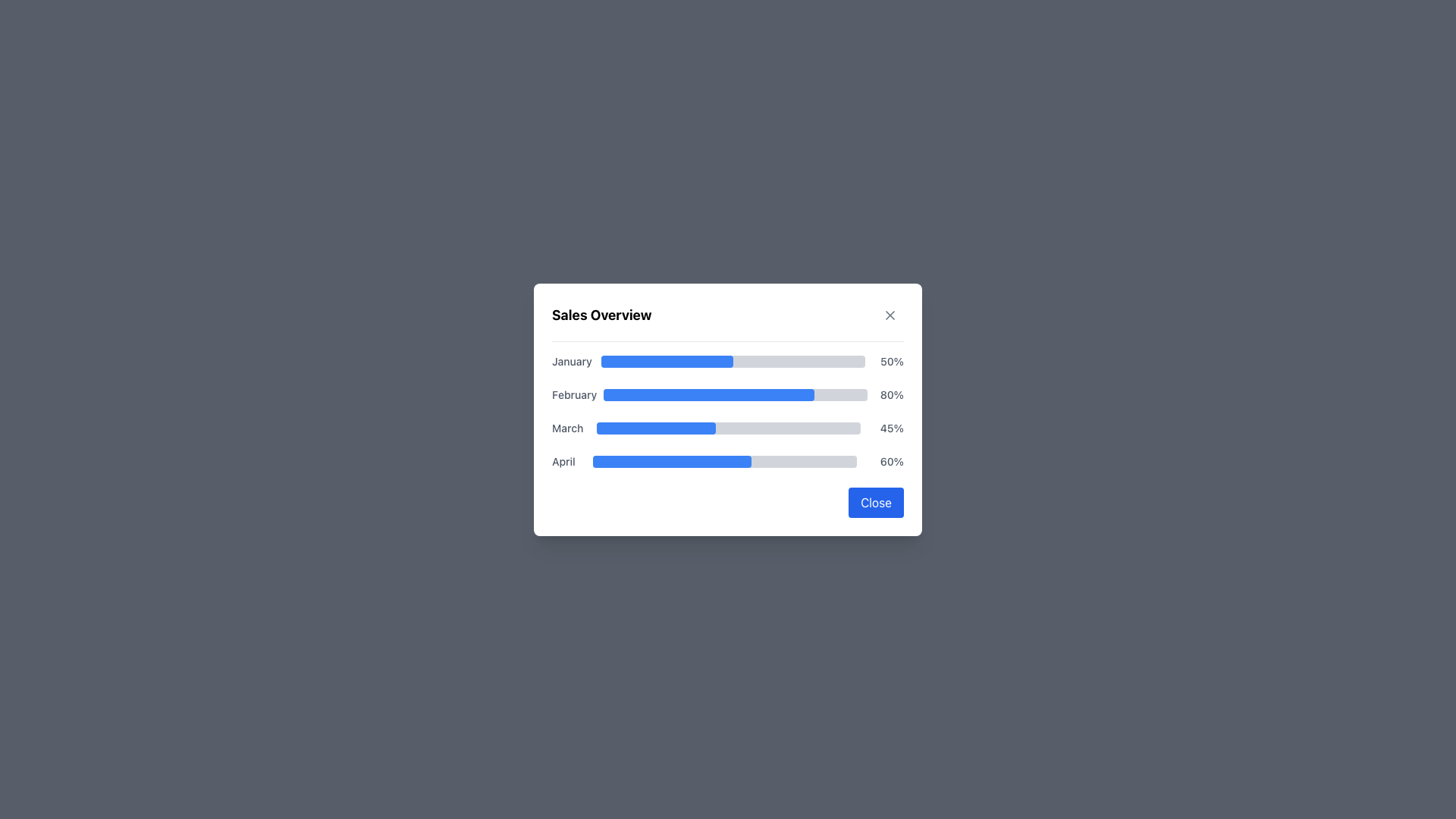 The image size is (1456, 819). I want to click on style or properties of the Progress Bar representing January's data in the 'Sales Overview' modal, which has a gray background and a blue filled section filling approximately 50%, so click(733, 361).